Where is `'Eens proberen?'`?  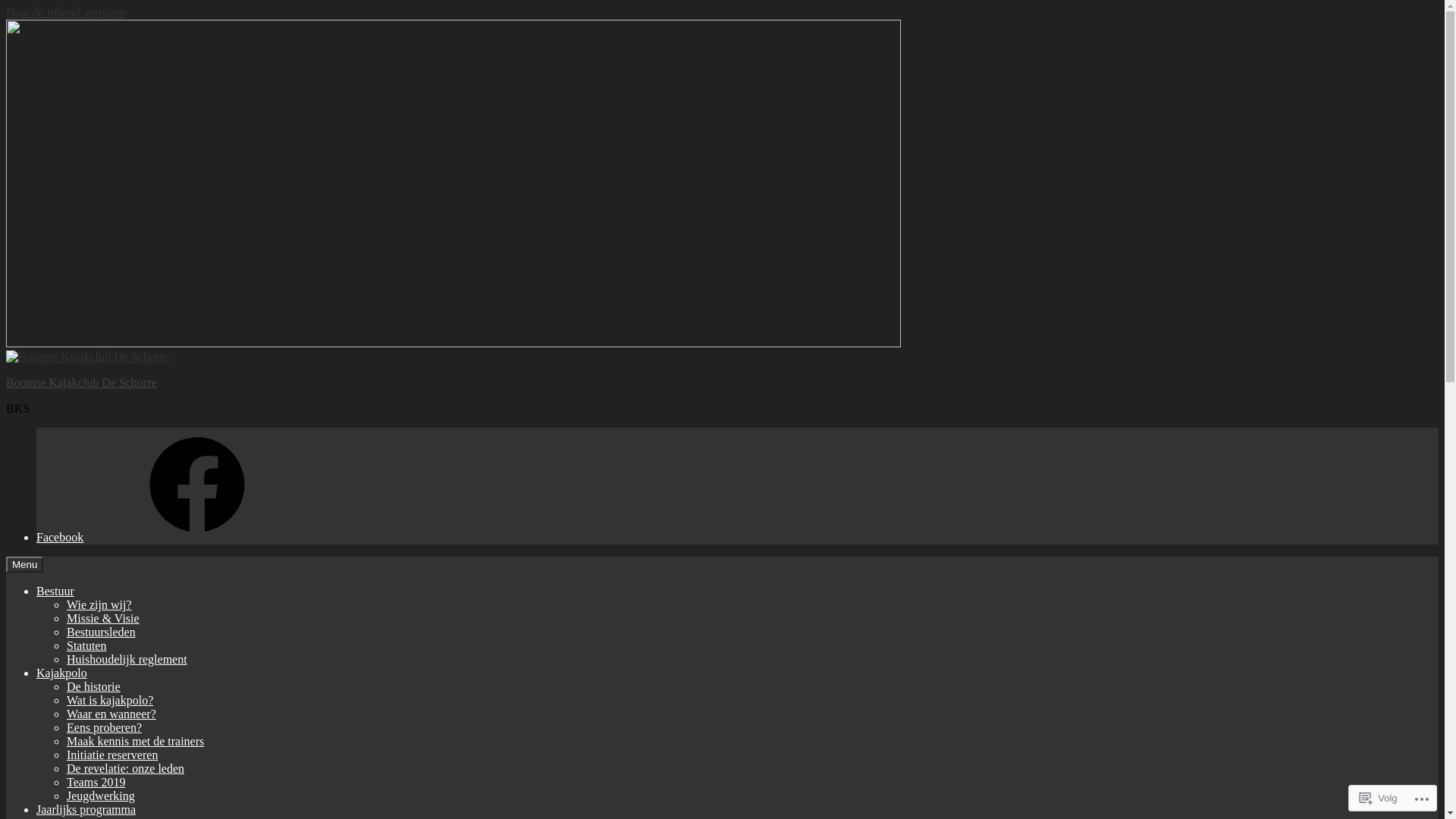
'Eens proberen?' is located at coordinates (103, 726).